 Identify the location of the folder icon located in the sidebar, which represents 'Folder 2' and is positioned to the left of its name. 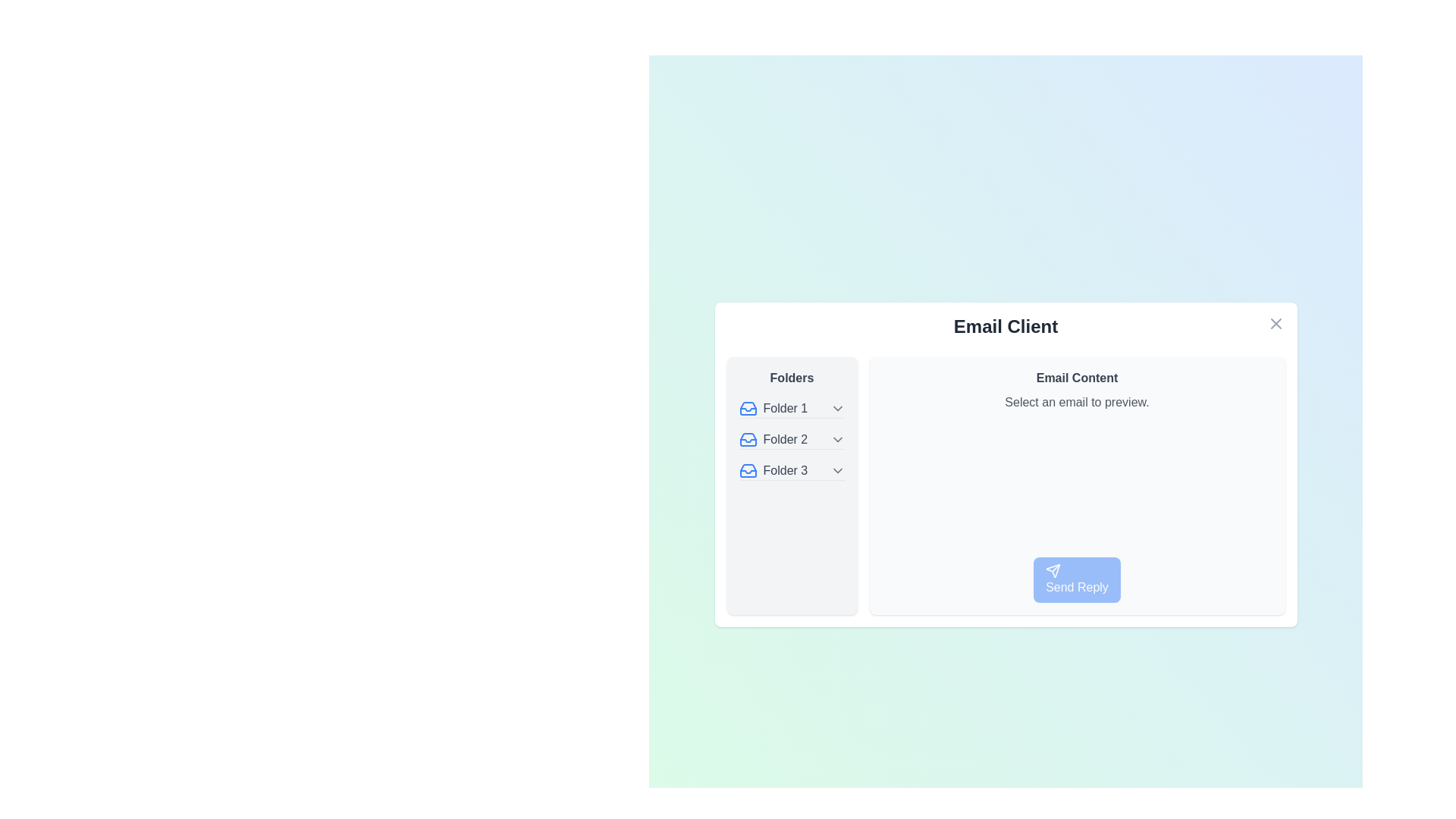
(748, 439).